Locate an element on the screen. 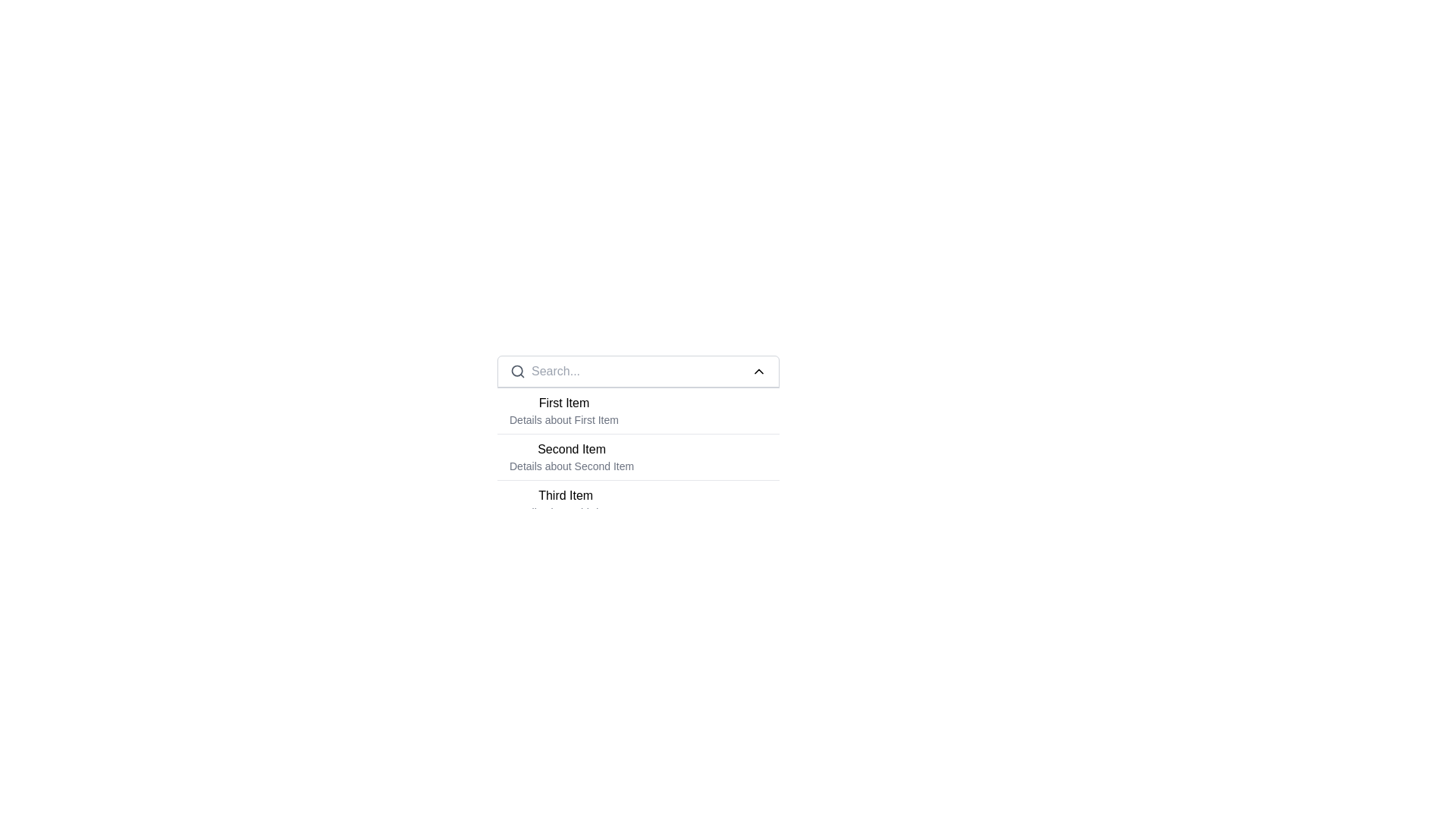 This screenshot has height=819, width=1456. the heading text indicating the primary title of the second item in the list is located at coordinates (571, 449).